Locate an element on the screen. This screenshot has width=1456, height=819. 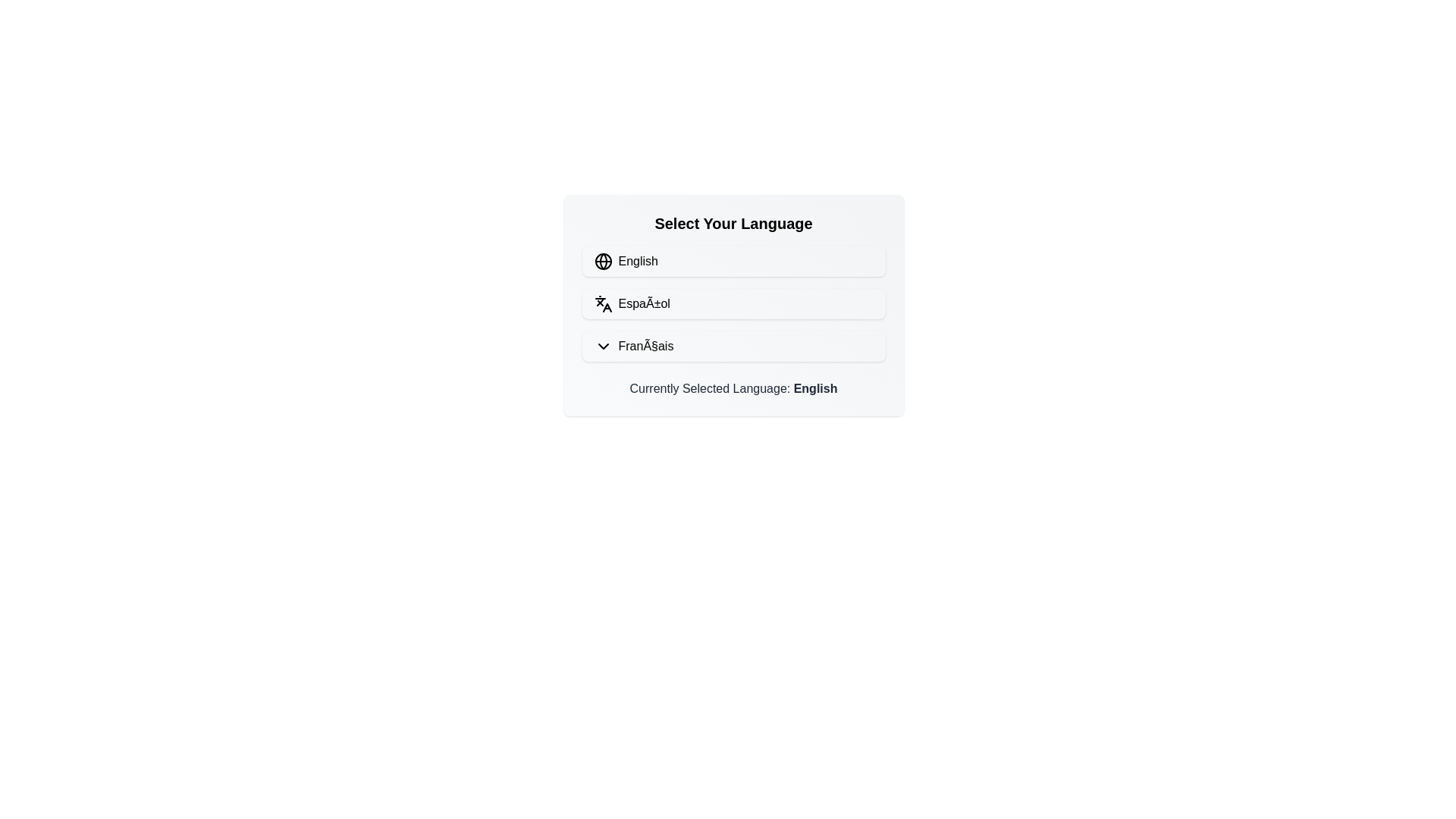
the 'FranÃ§ais' text label within the language selection dropdown menu is located at coordinates (645, 346).